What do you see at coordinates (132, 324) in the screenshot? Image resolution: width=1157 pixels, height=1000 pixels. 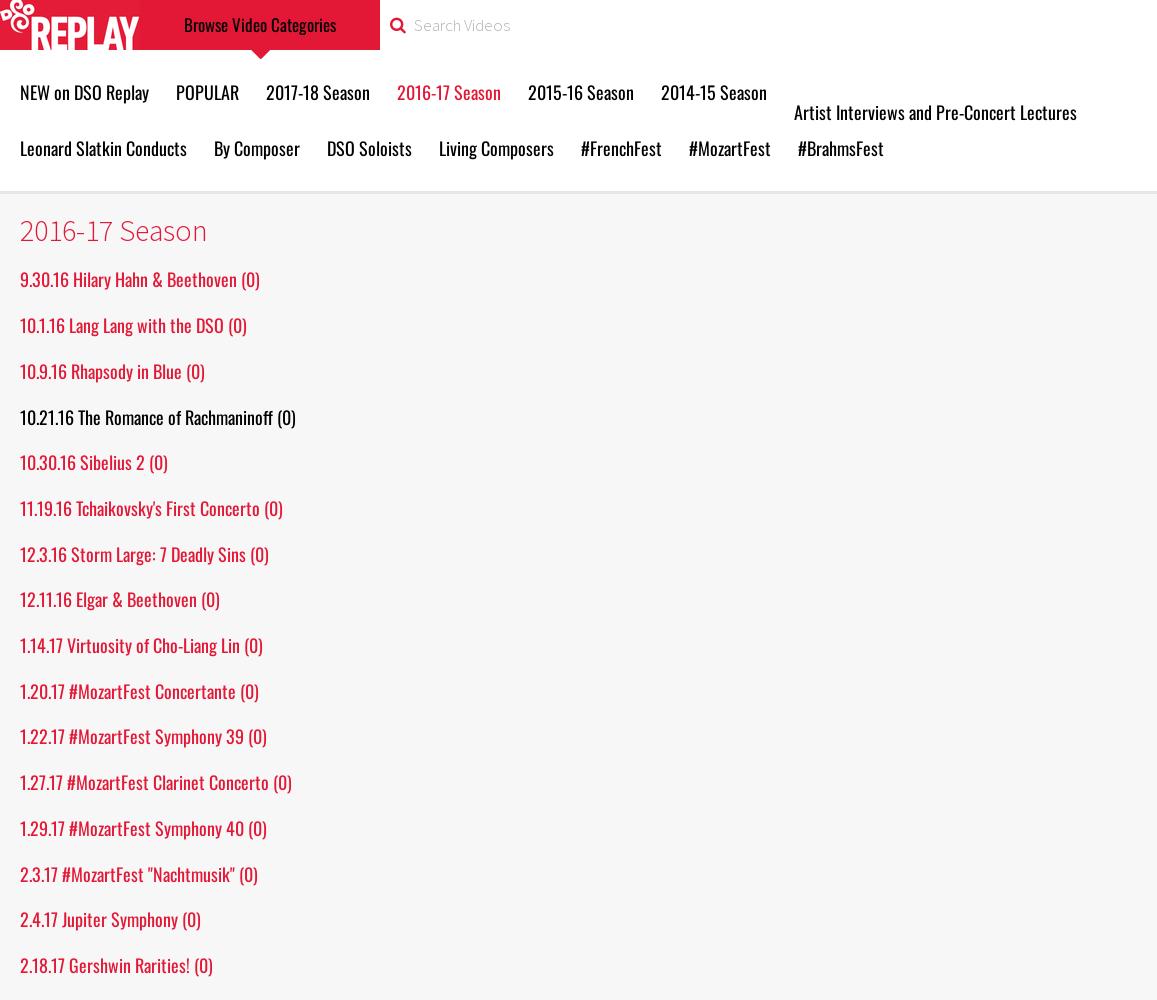 I see `'10.1.16 Lang Lang with the DSO (0)'` at bounding box center [132, 324].